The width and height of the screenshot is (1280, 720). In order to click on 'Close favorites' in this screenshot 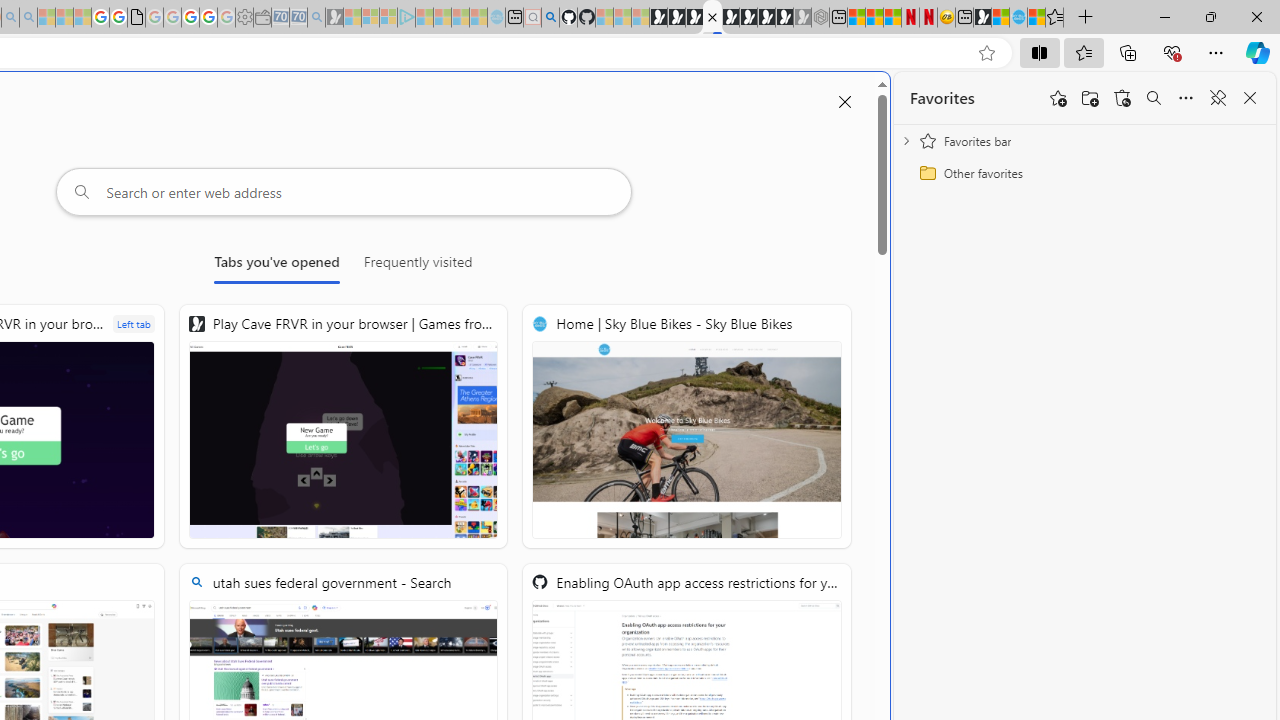, I will do `click(1249, 98)`.